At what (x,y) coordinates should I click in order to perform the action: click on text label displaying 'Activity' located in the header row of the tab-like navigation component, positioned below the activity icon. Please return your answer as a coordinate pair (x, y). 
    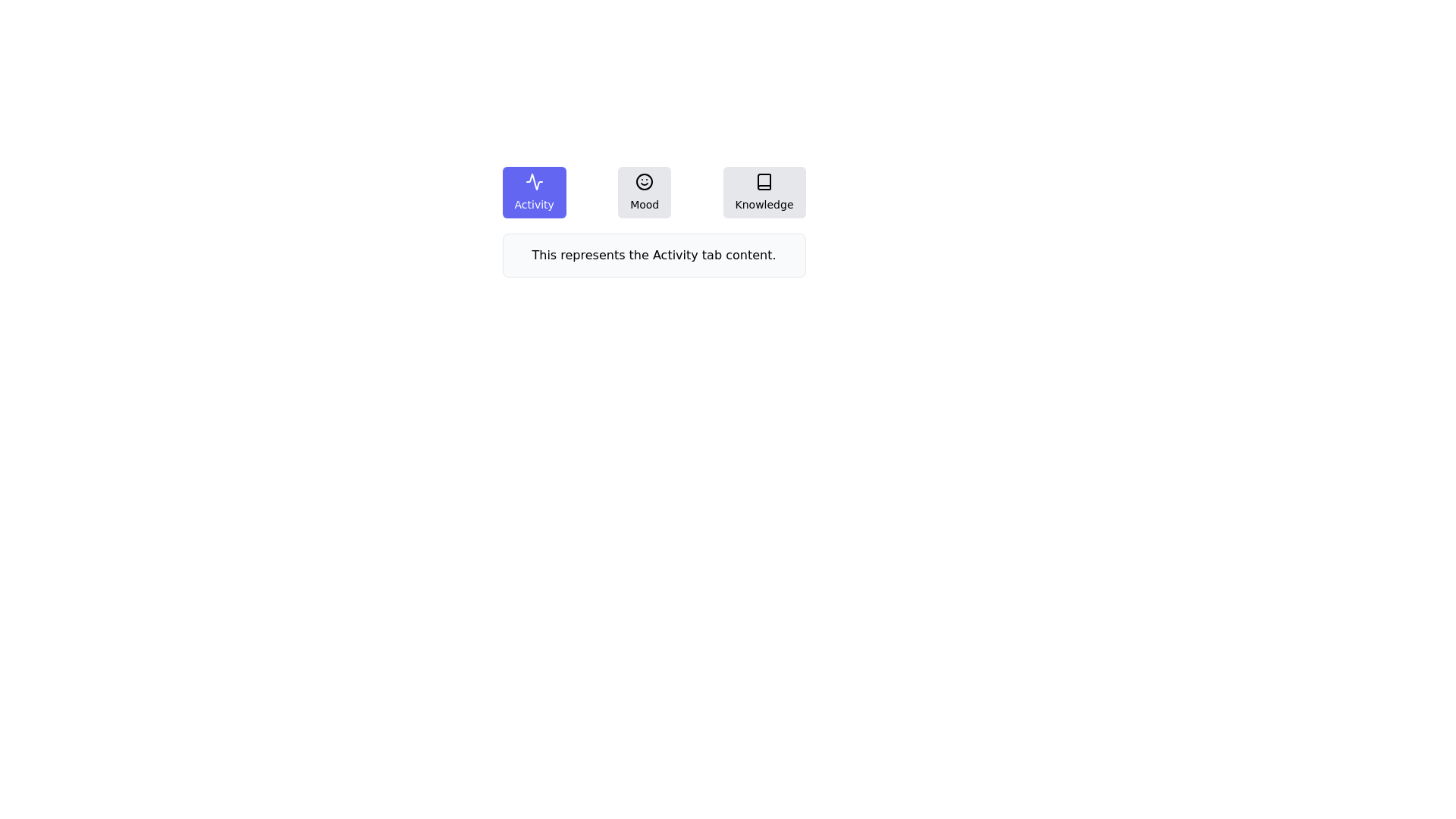
    Looking at the image, I should click on (534, 205).